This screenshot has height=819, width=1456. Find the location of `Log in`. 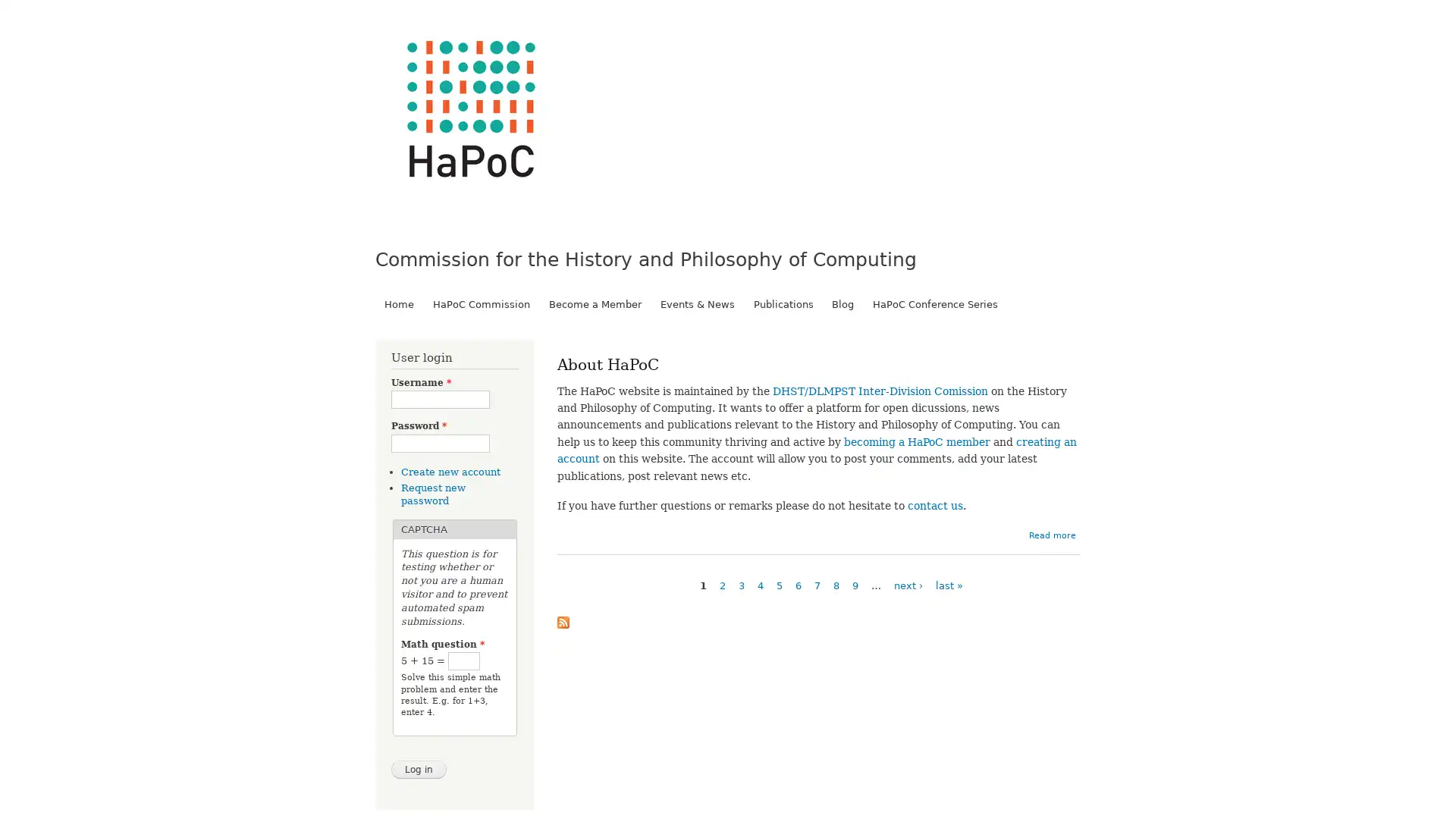

Log in is located at coordinates (419, 769).